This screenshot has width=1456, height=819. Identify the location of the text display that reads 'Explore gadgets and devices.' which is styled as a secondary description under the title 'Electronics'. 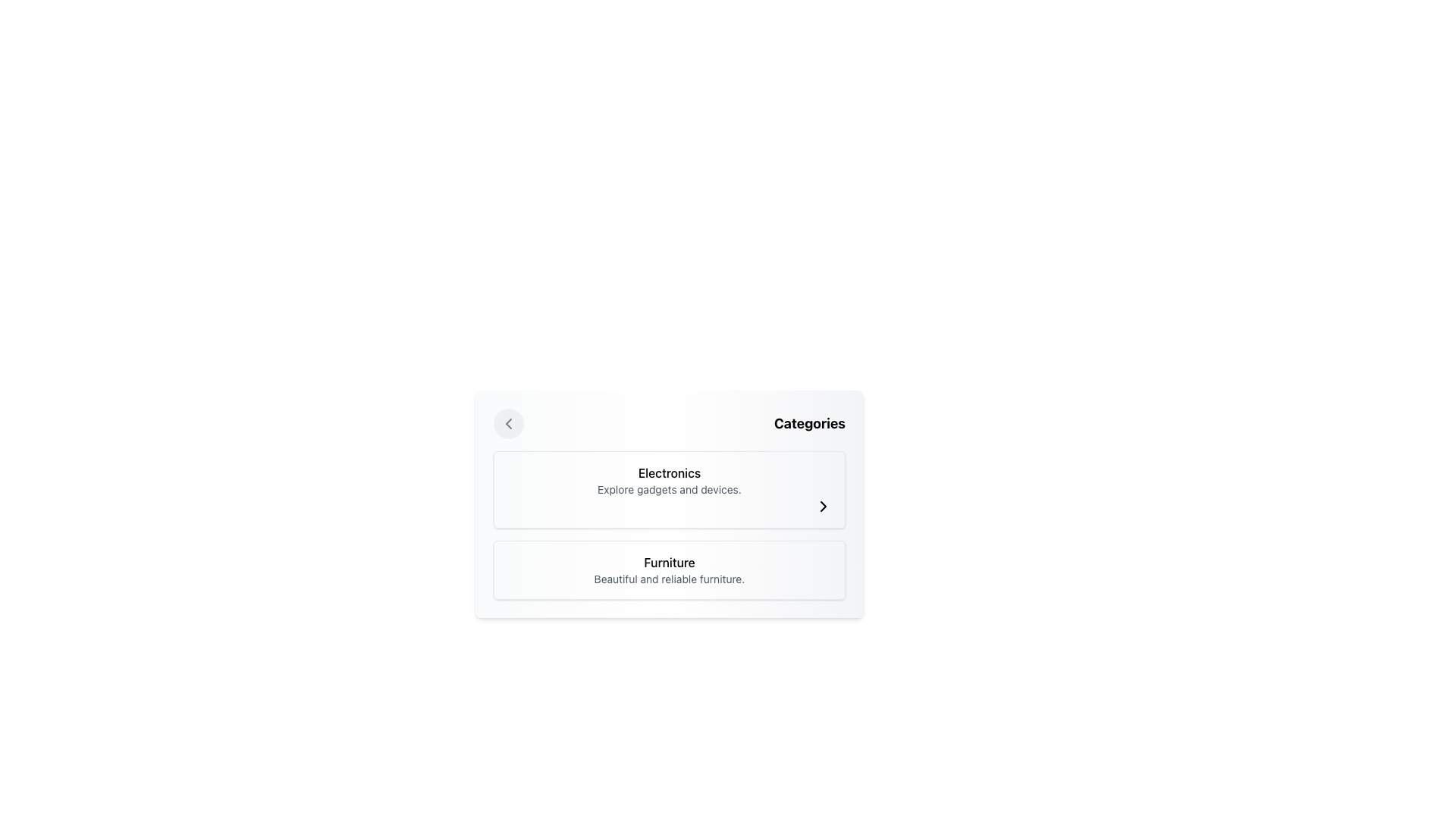
(669, 489).